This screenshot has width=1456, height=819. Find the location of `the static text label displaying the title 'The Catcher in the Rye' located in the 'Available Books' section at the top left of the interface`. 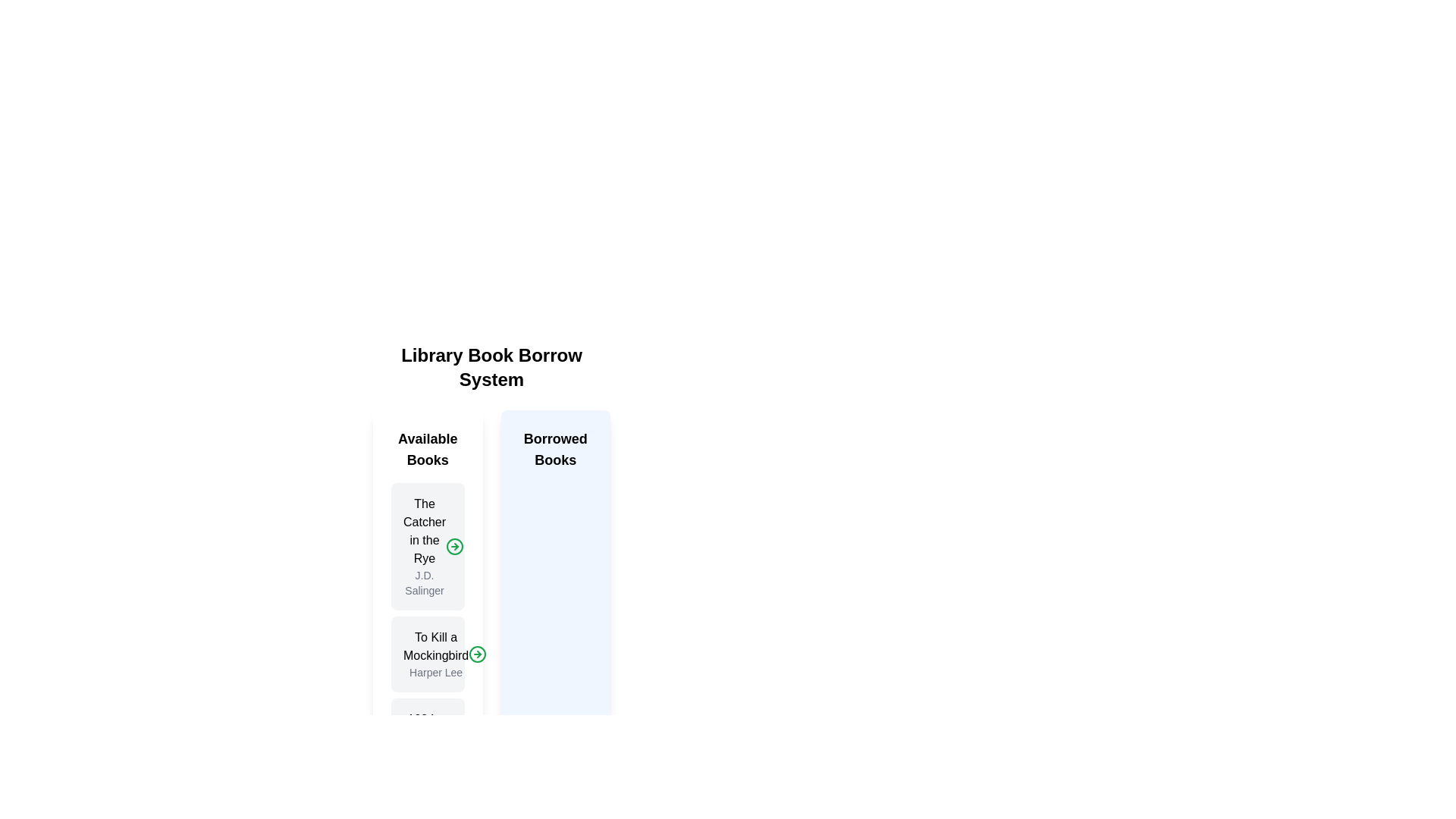

the static text label displaying the title 'The Catcher in the Rye' located in the 'Available Books' section at the top left of the interface is located at coordinates (425, 531).